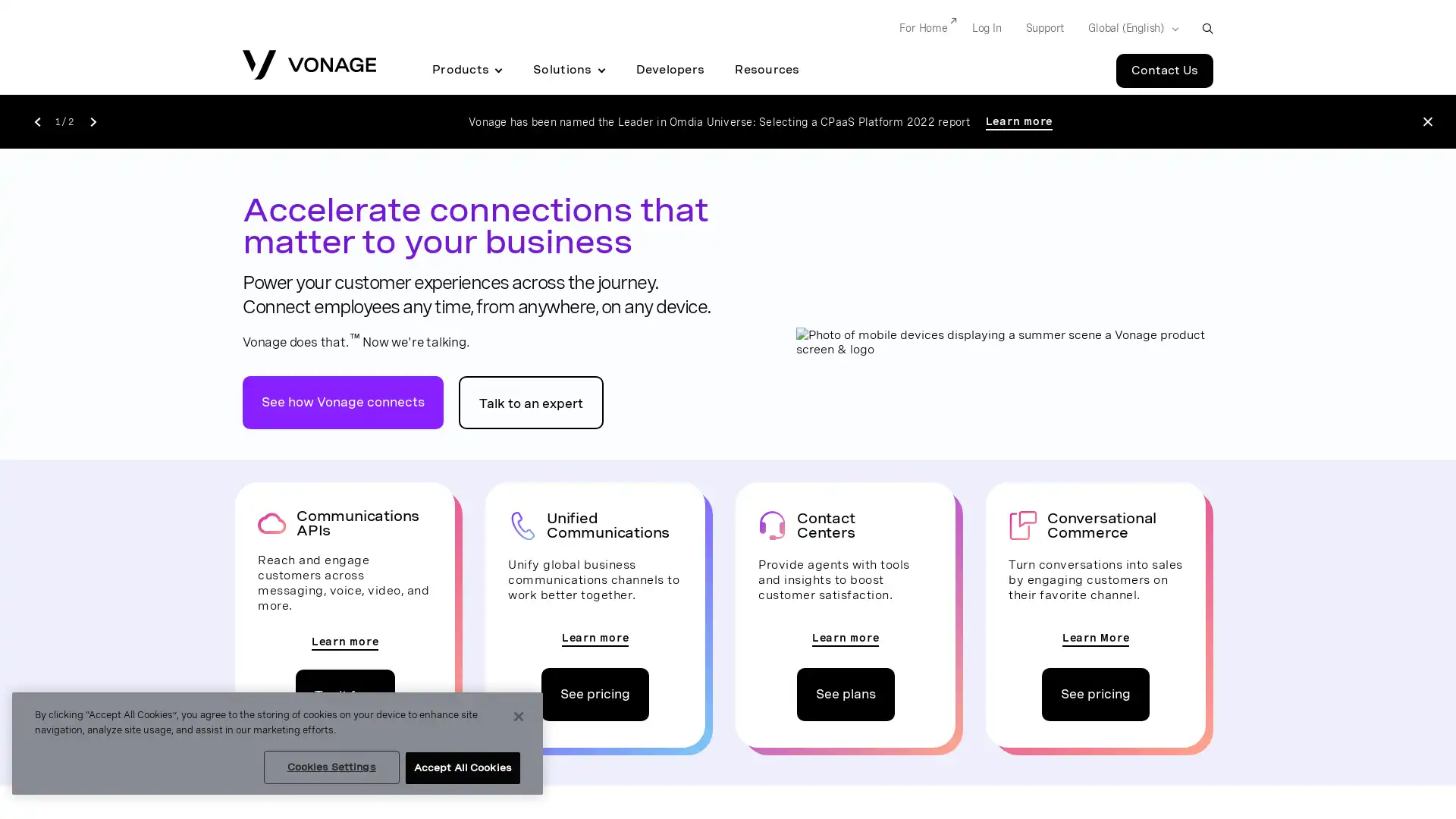  What do you see at coordinates (330, 767) in the screenshot?
I see `Cookies Settings` at bounding box center [330, 767].